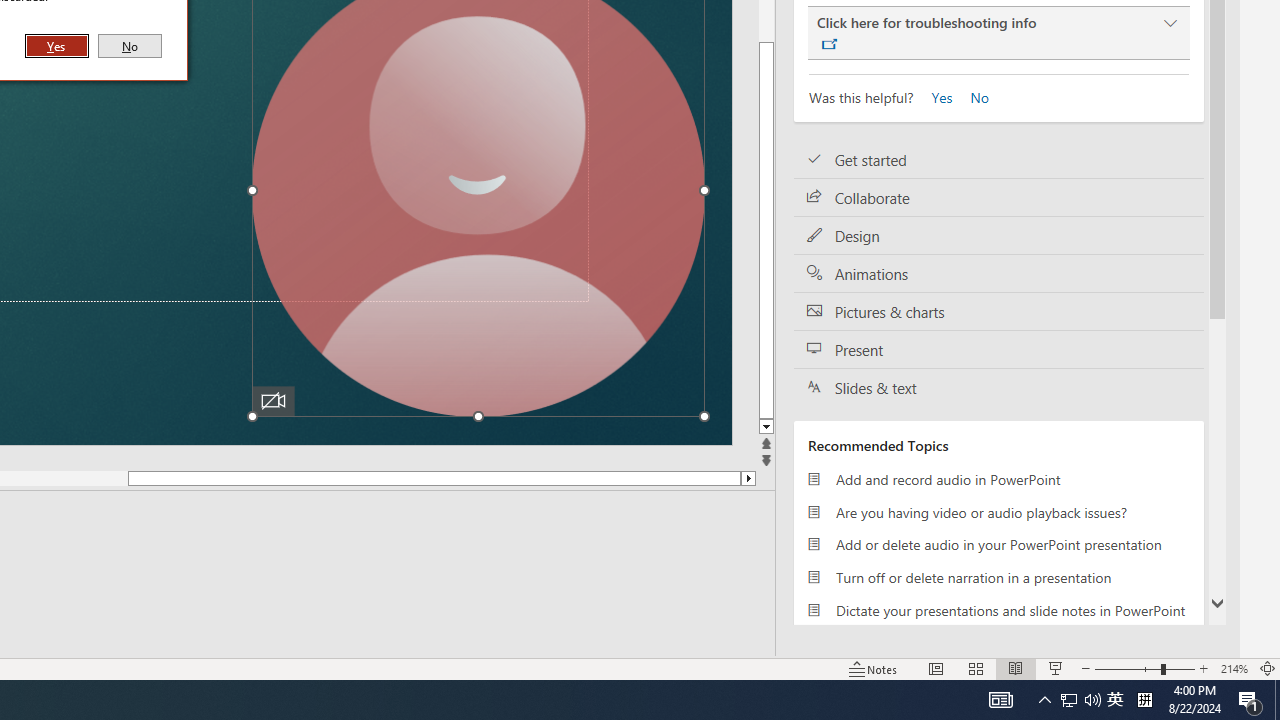 The height and width of the screenshot is (720, 1280). What do you see at coordinates (999, 609) in the screenshot?
I see `'Dictate your presentations and slide notes in PowerPoint'` at bounding box center [999, 609].